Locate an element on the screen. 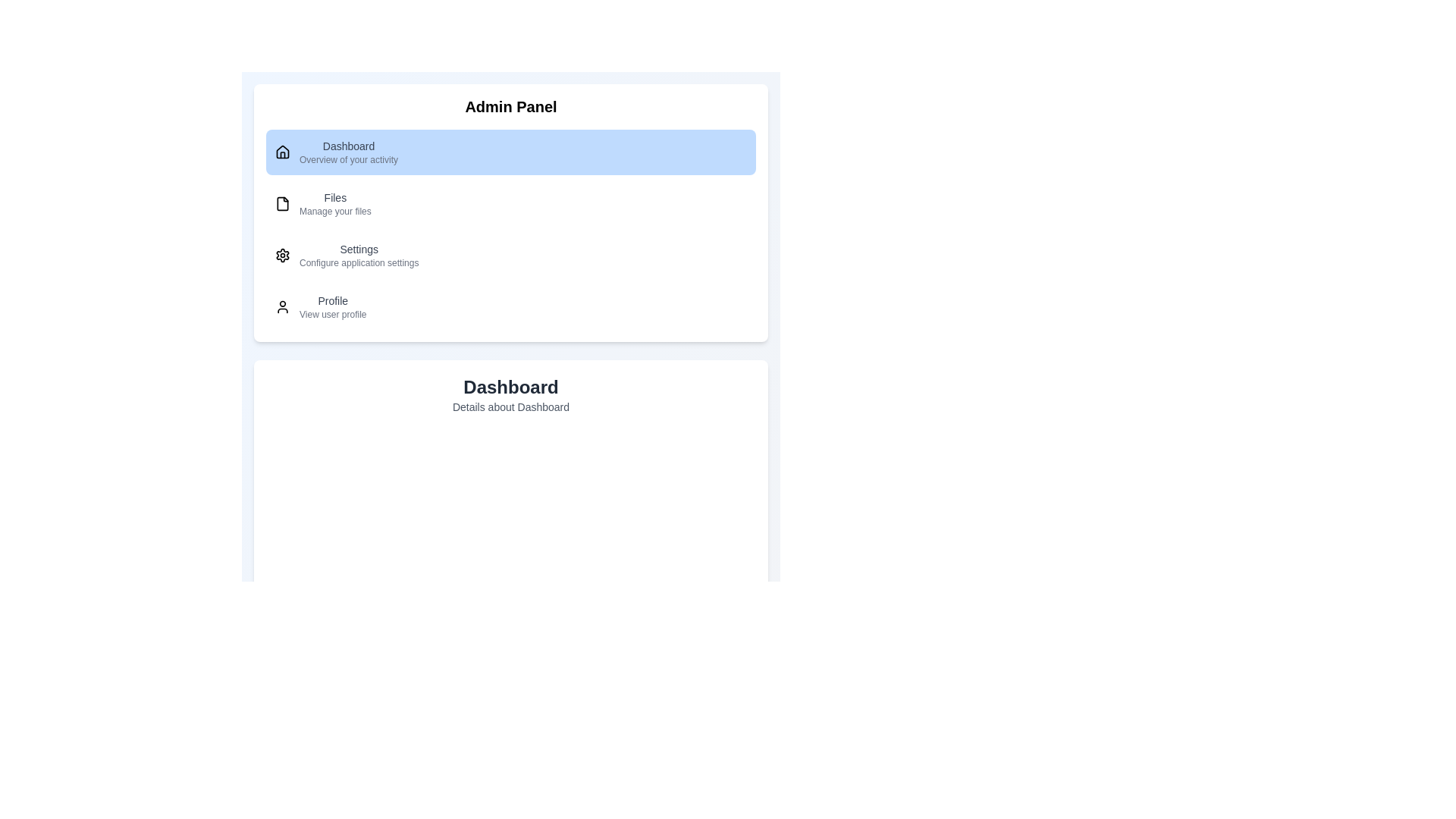 Image resolution: width=1456 pixels, height=819 pixels. the menu item Files to view its details is located at coordinates (510, 203).